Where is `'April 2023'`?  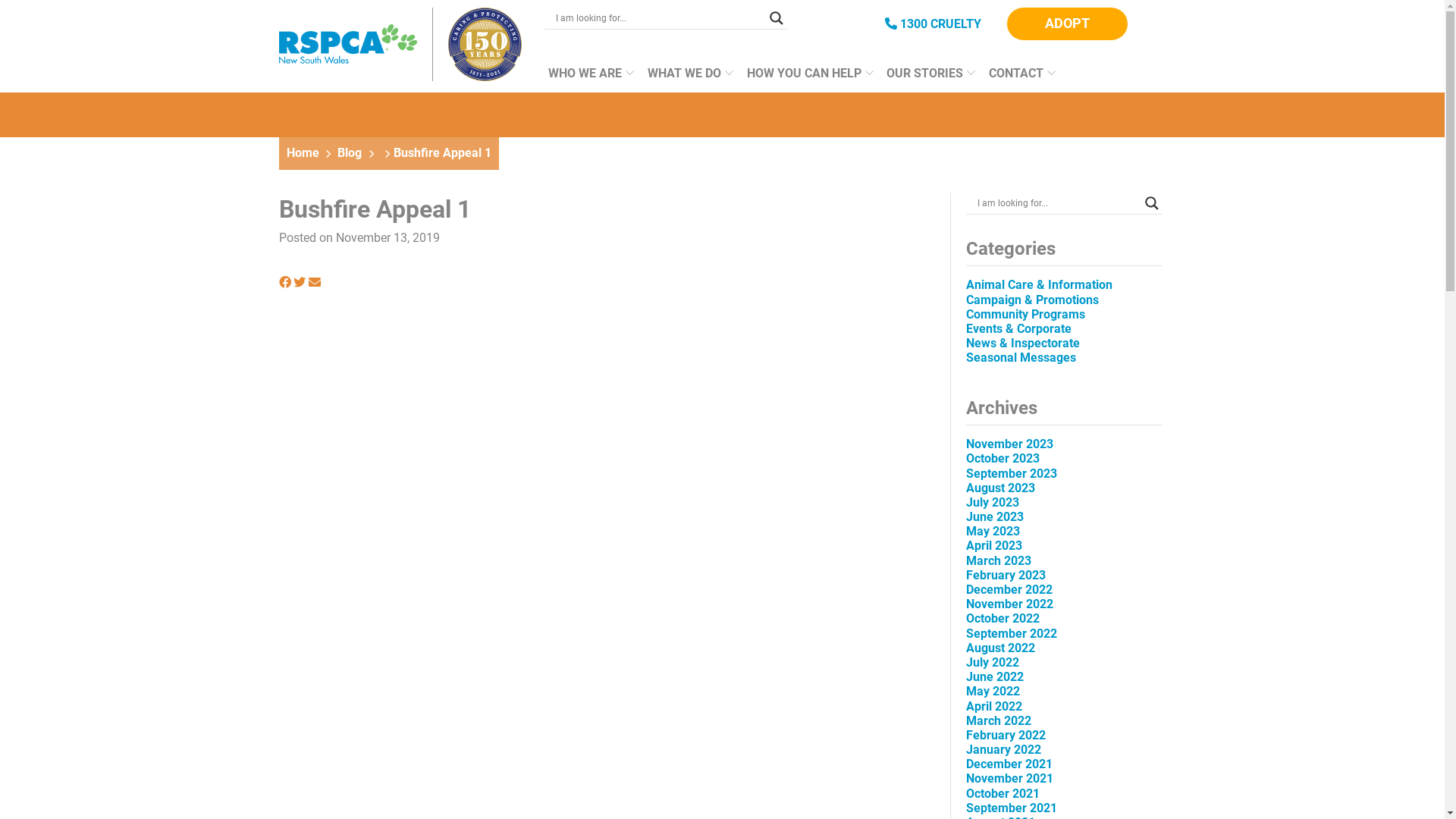 'April 2023' is located at coordinates (965, 544).